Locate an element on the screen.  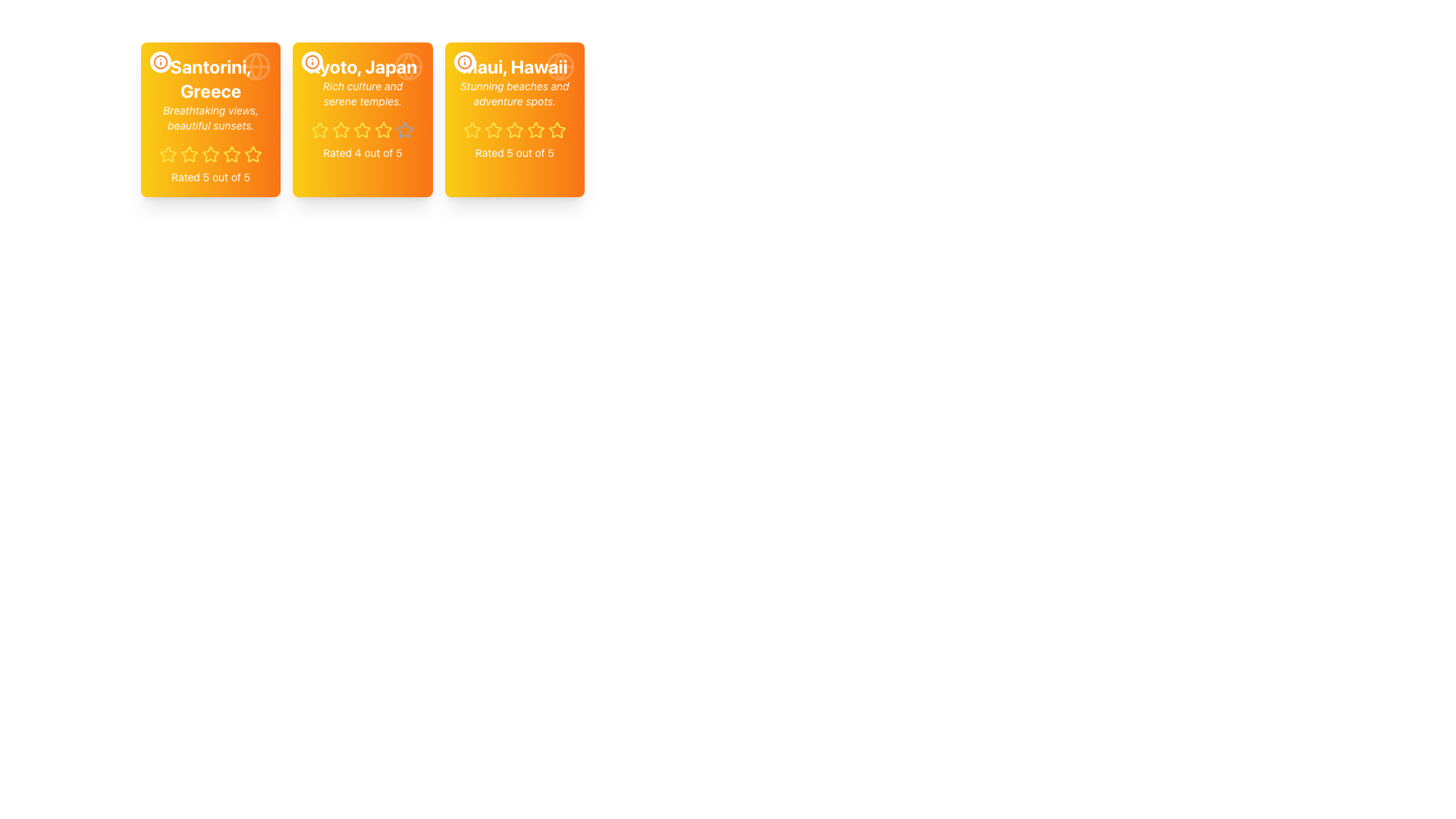
circular visualization element with a white border and orange fill, located at the center of the third card labeled 'Maui, Hawaii' is located at coordinates (463, 61).